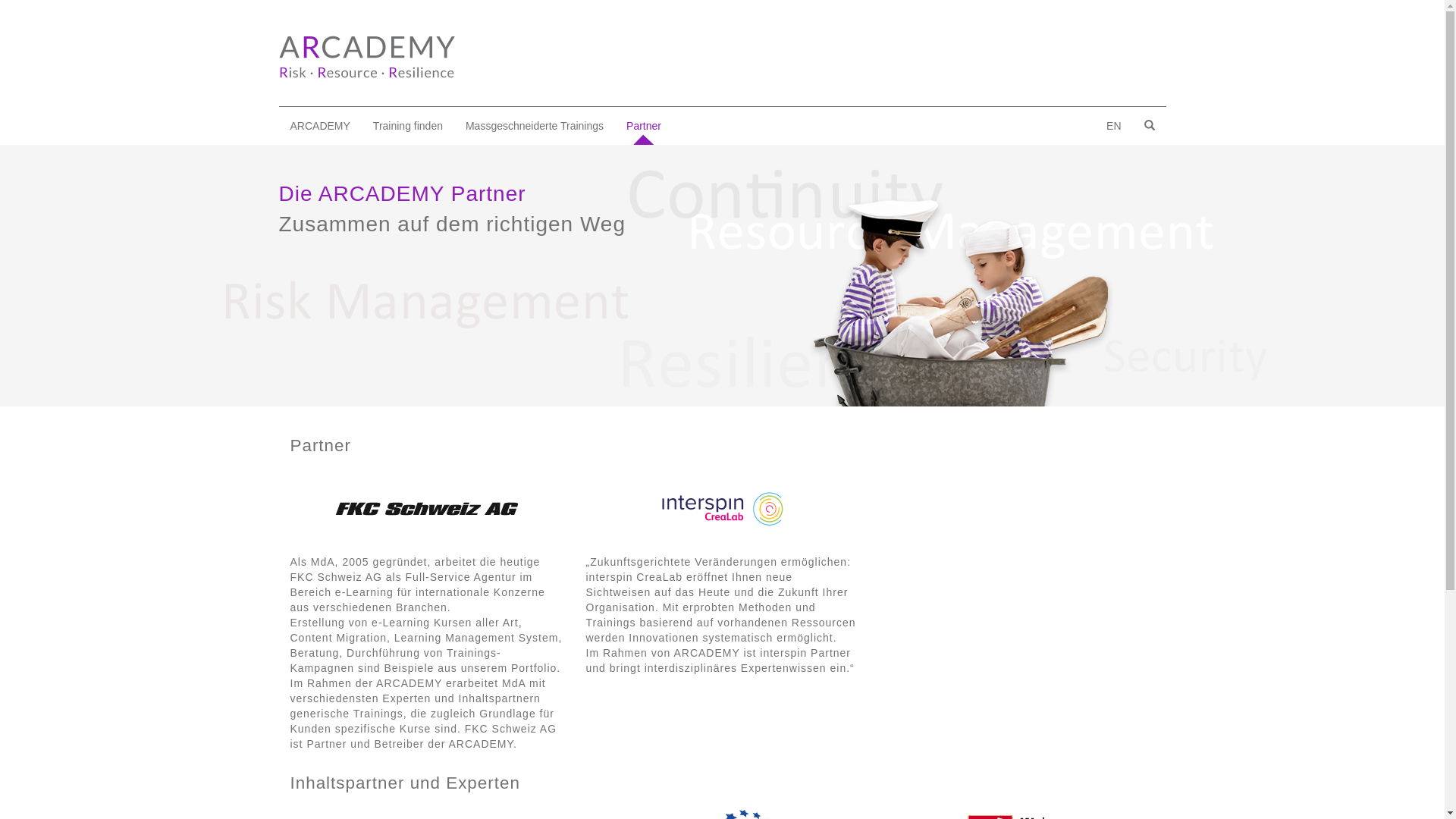  What do you see at coordinates (453, 124) in the screenshot?
I see `'Massgeschneiderte Trainings'` at bounding box center [453, 124].